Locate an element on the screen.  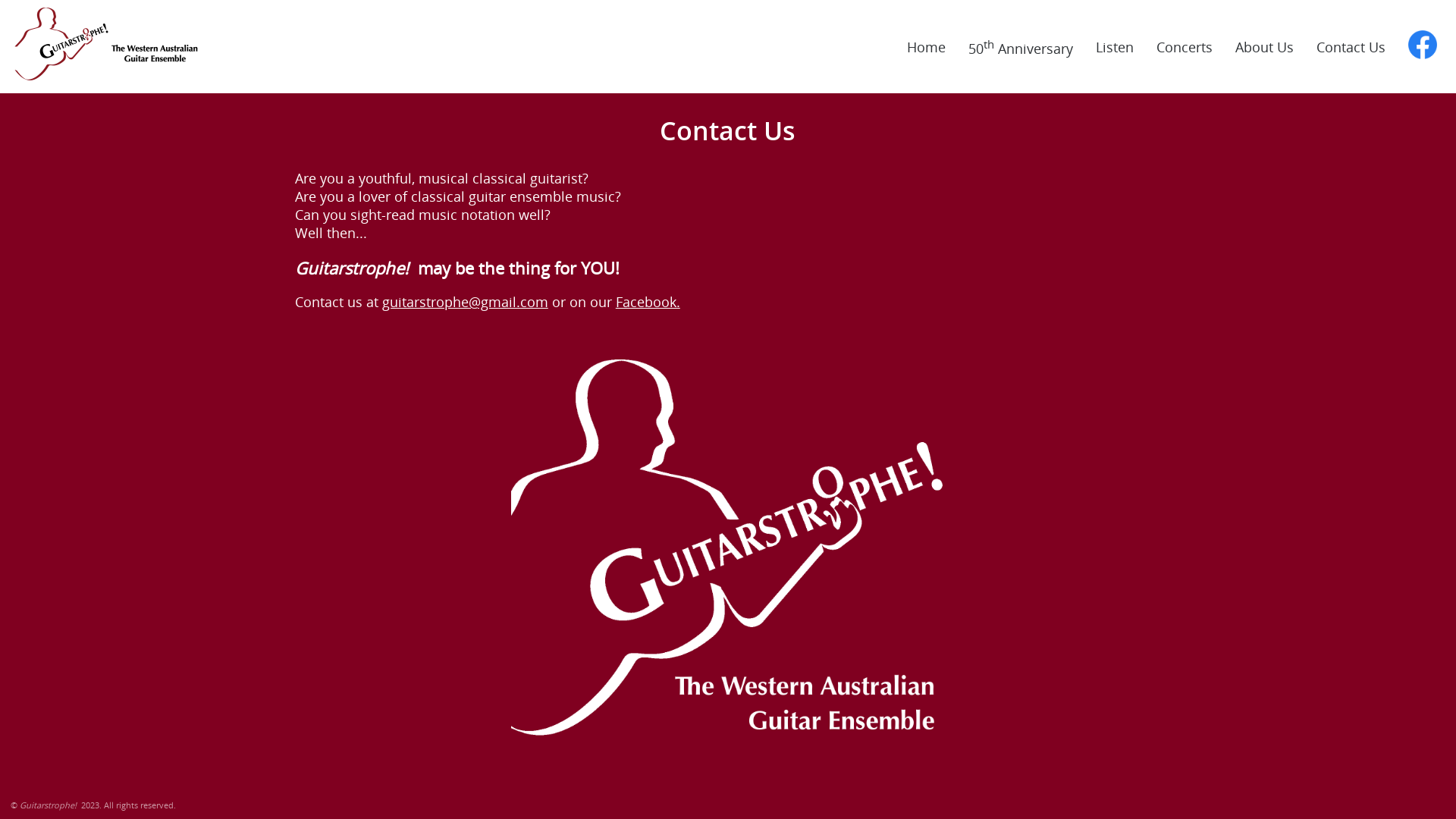
'About Us' is located at coordinates (1264, 45).